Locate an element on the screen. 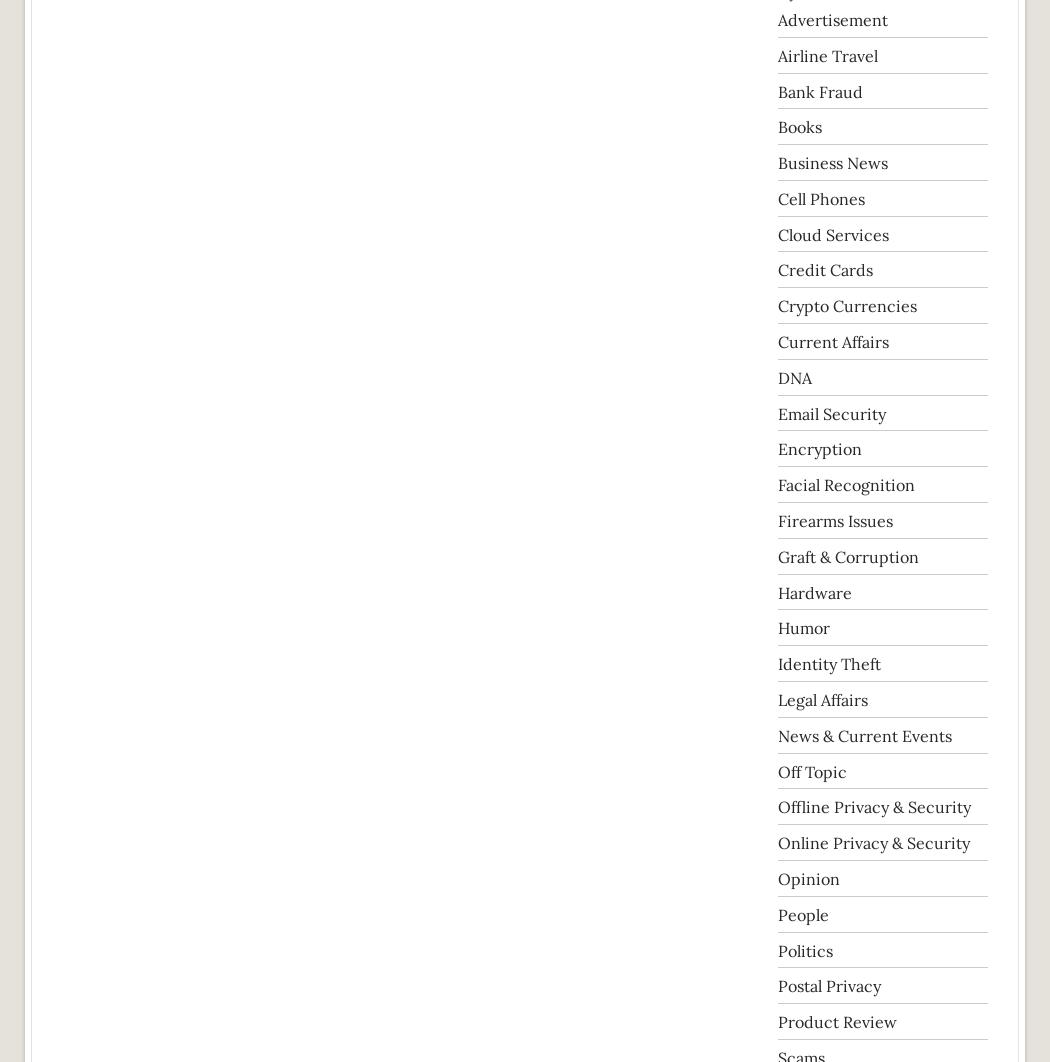 The height and width of the screenshot is (1062, 1050). 'DNA' is located at coordinates (793, 376).